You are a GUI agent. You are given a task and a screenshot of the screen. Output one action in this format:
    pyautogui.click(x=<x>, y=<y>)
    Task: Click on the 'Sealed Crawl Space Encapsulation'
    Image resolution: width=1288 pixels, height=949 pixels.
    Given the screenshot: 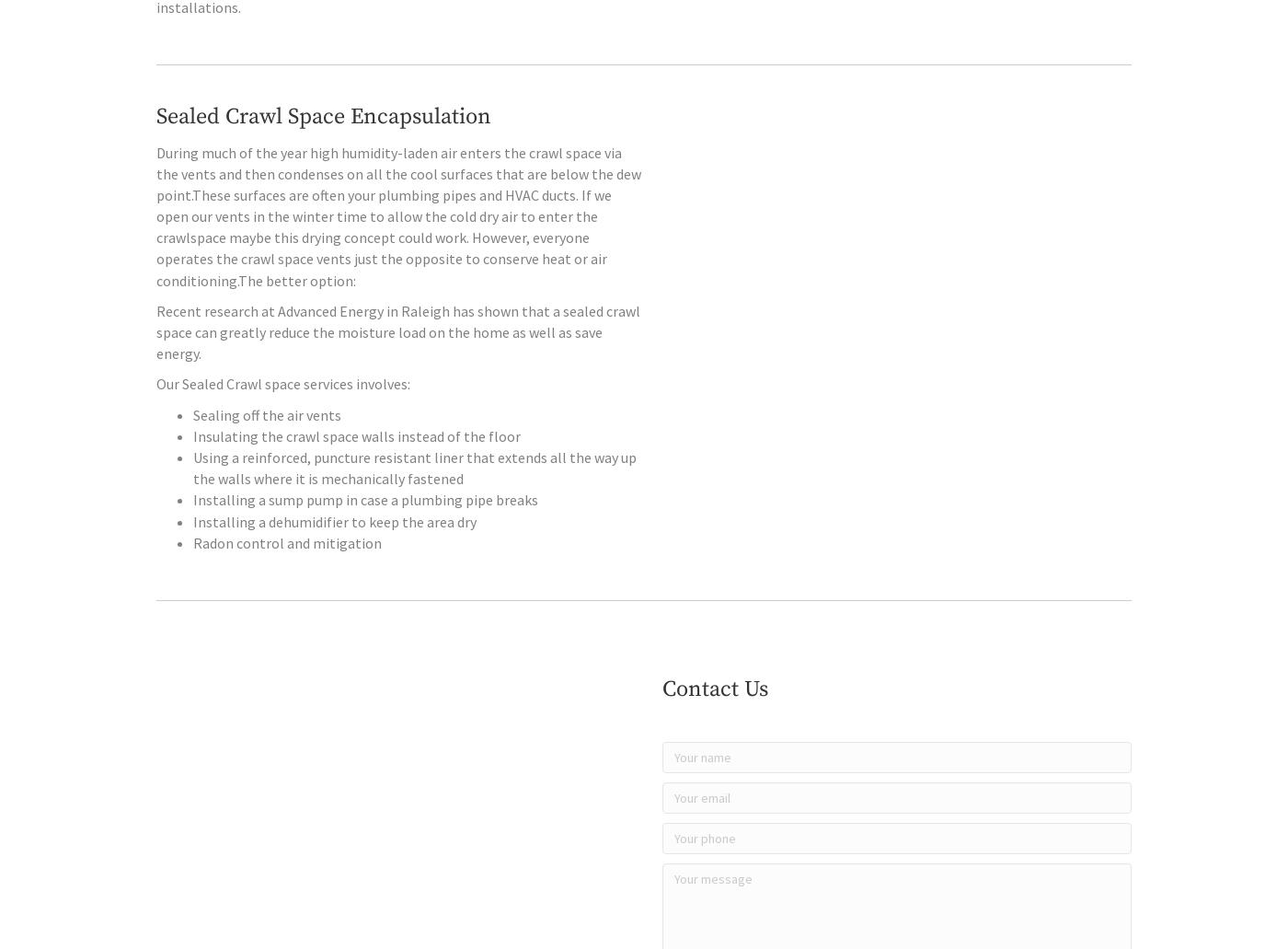 What is the action you would take?
    pyautogui.click(x=323, y=153)
    